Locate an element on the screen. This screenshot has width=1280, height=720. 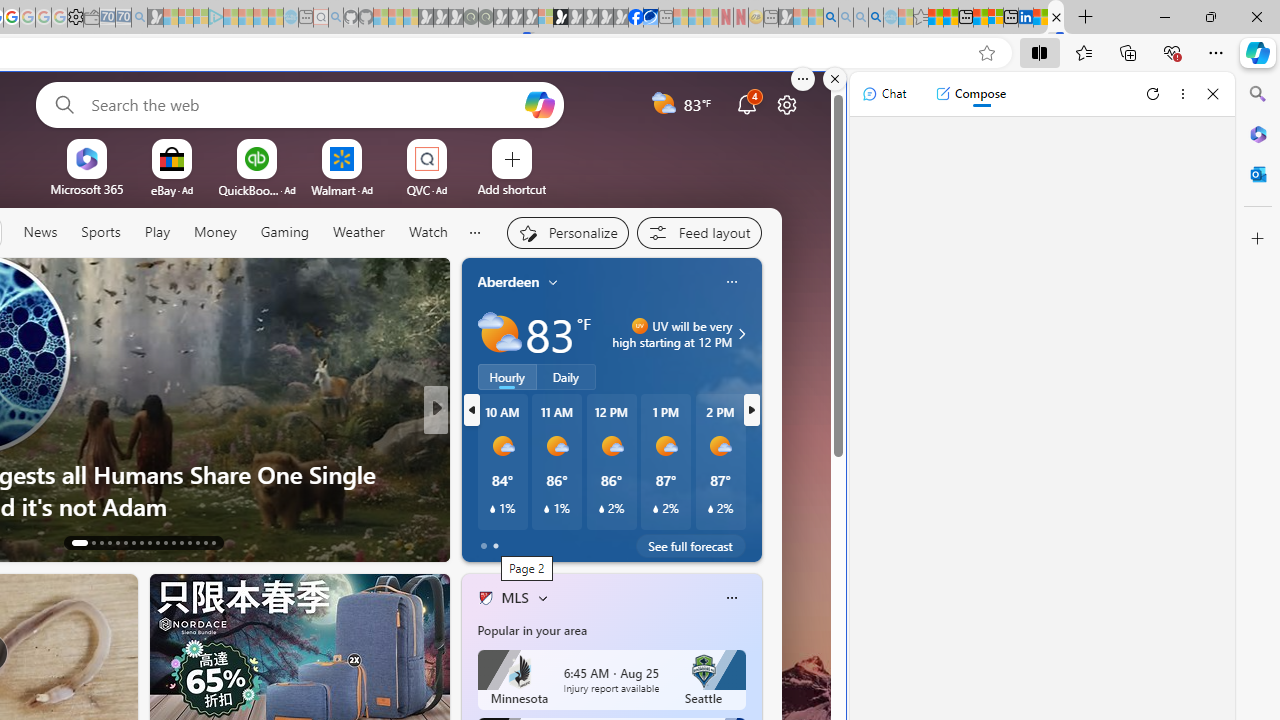
'Daily' is located at coordinates (565, 377).